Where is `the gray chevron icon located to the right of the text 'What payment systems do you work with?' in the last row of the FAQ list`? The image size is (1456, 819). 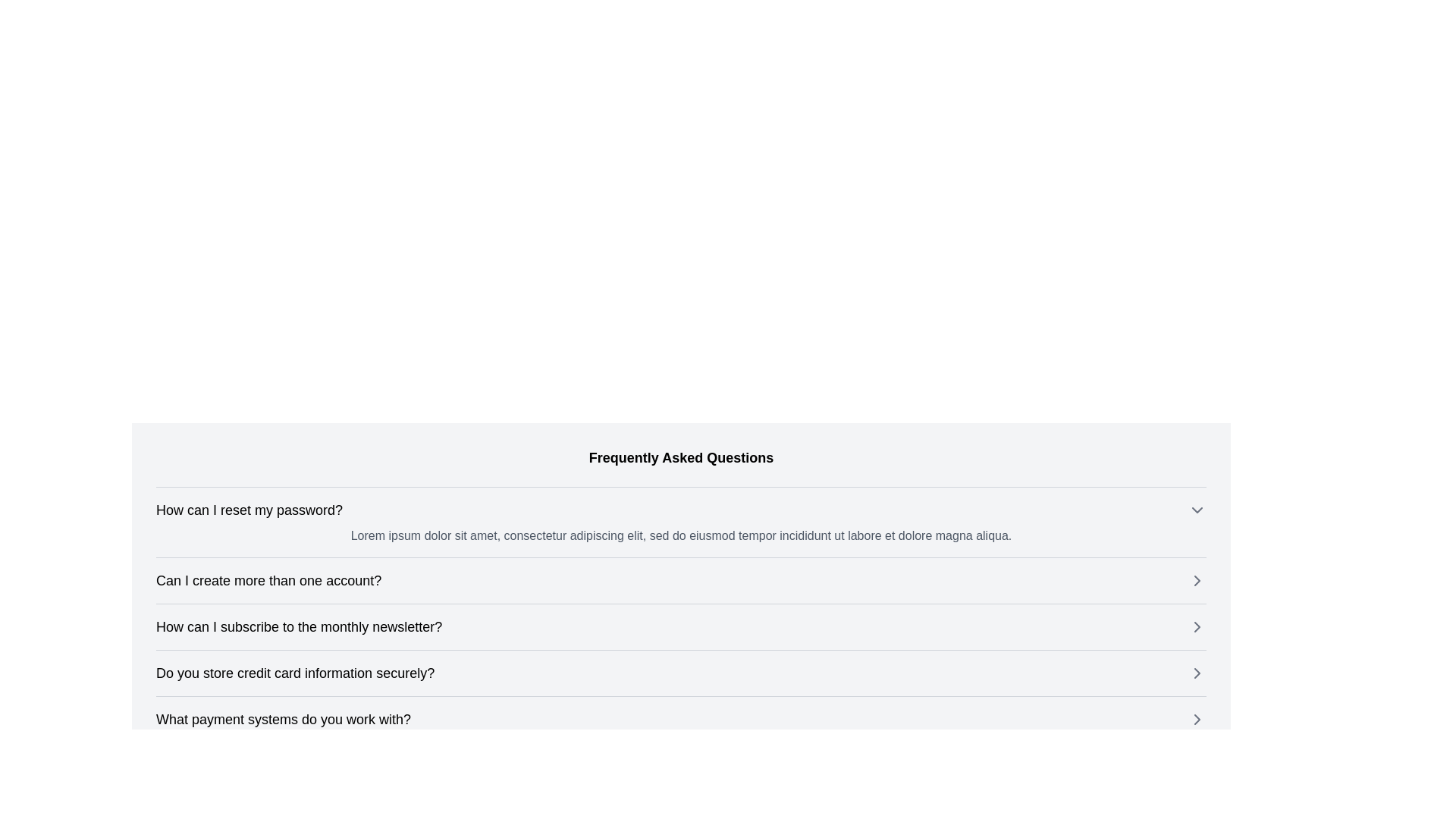 the gray chevron icon located to the right of the text 'What payment systems do you work with?' in the last row of the FAQ list is located at coordinates (1197, 718).